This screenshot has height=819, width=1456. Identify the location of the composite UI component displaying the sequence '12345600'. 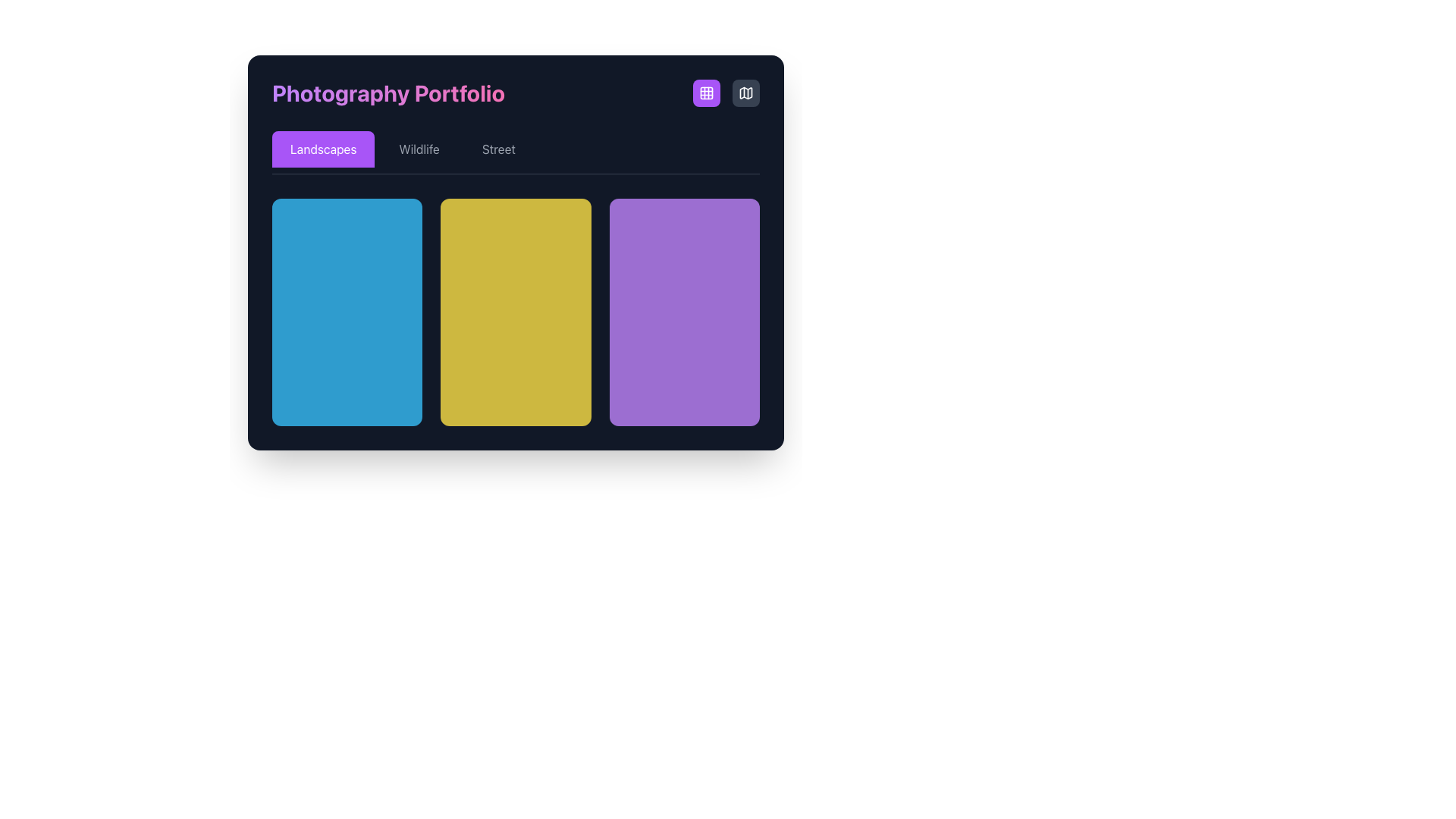
(330, 363).